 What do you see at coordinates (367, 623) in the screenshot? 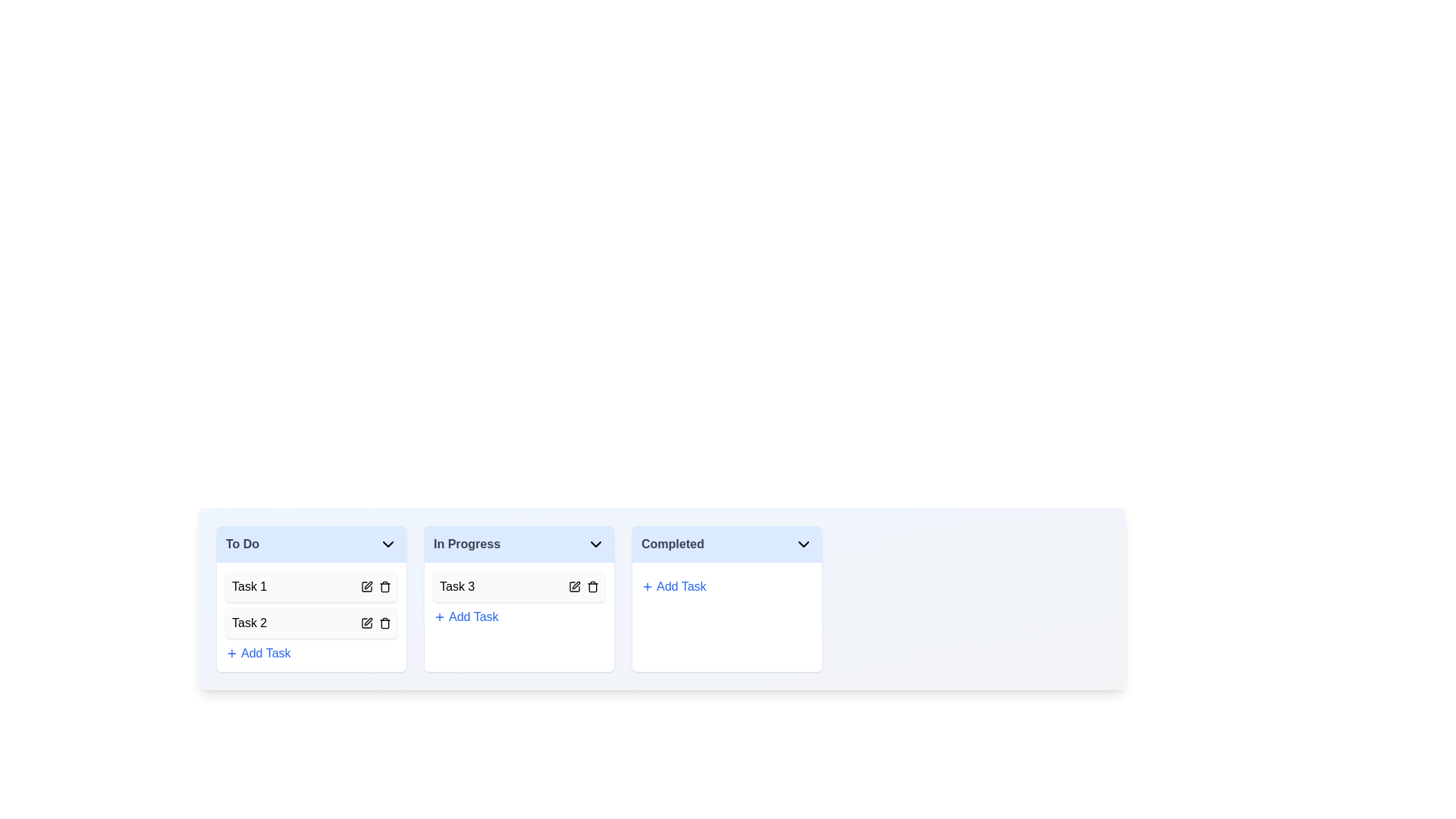
I see `the edit button for the task with title Task 2` at bounding box center [367, 623].